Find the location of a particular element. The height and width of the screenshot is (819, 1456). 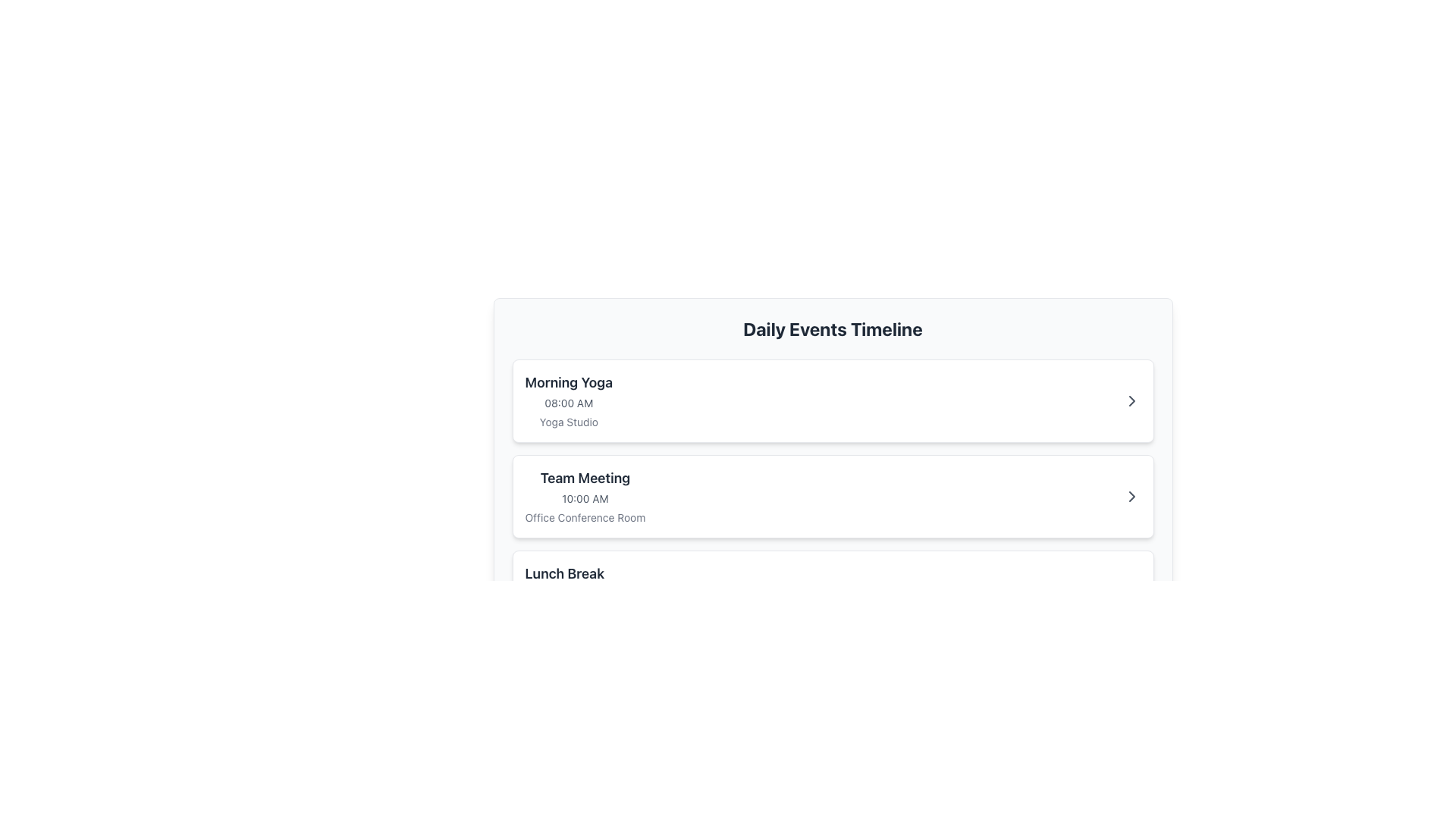

the keyboard navigation on the button that expands or collapses additional details for the 'Lunch Break' event, located at the far right within its panel is located at coordinates (1131, 591).